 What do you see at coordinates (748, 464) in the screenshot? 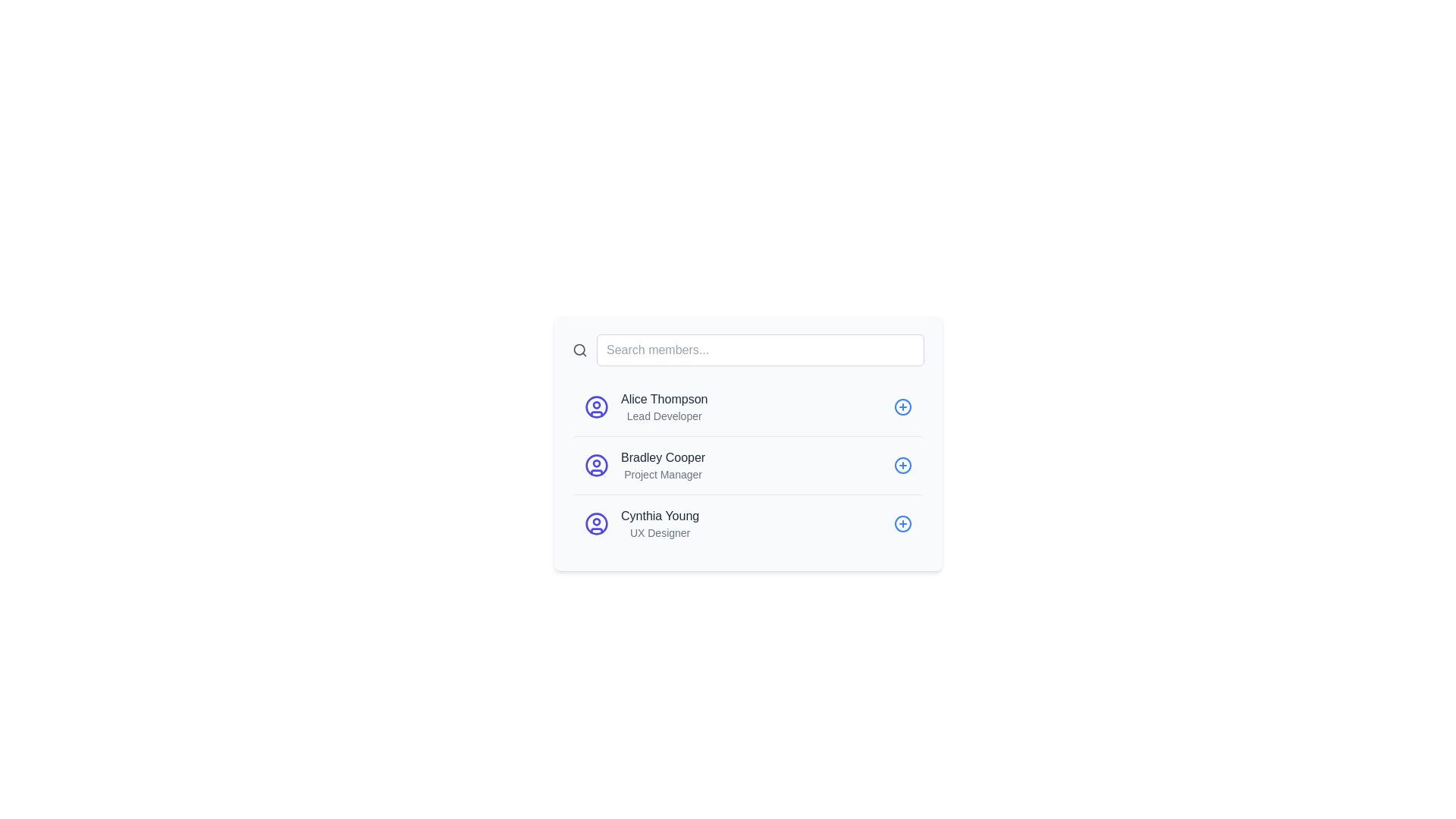
I see `the second list item featuring 'Bradley Cooper' with the profile picture and action icon` at bounding box center [748, 464].